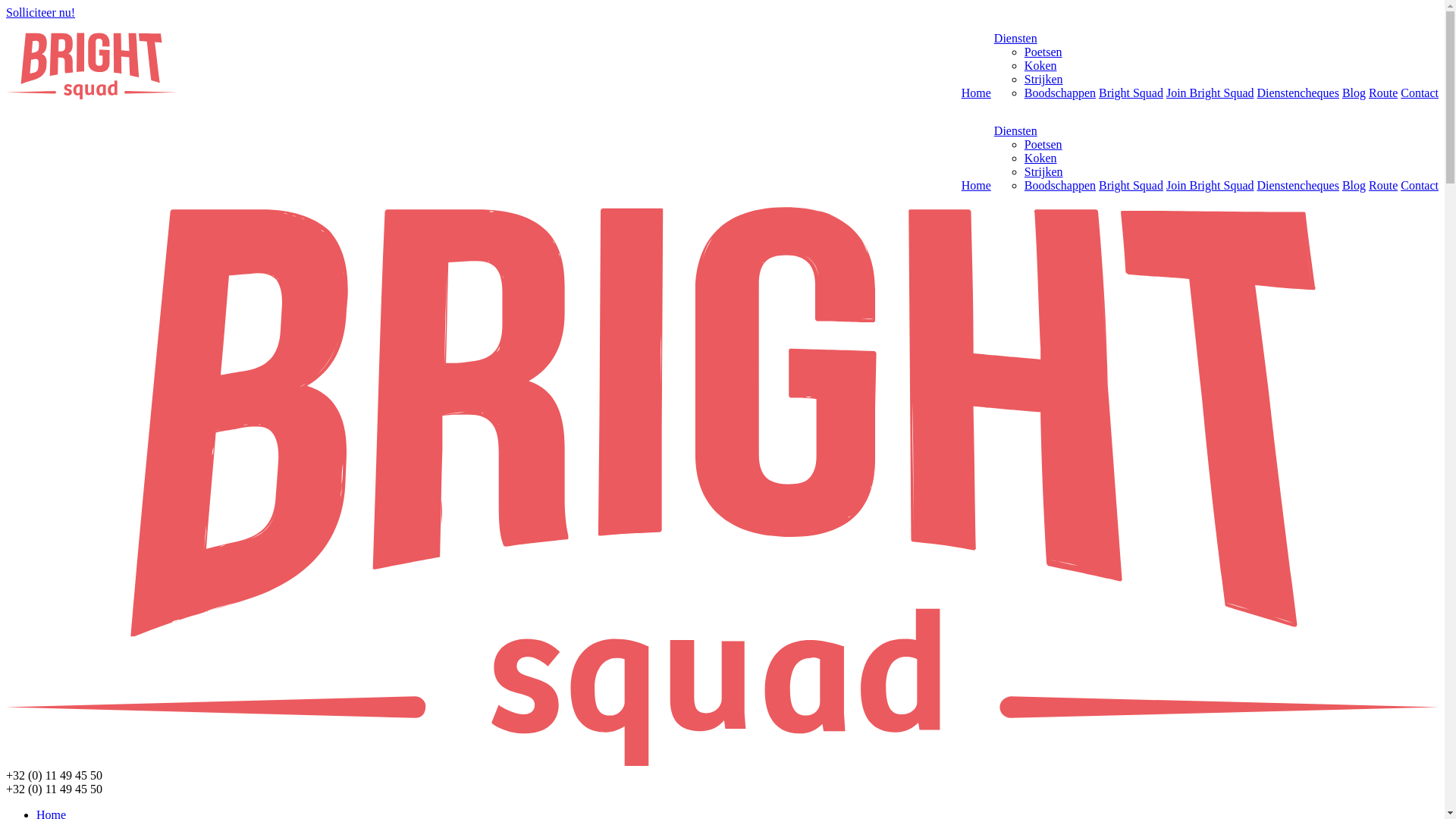 This screenshot has width=1456, height=819. What do you see at coordinates (1383, 184) in the screenshot?
I see `'Route'` at bounding box center [1383, 184].